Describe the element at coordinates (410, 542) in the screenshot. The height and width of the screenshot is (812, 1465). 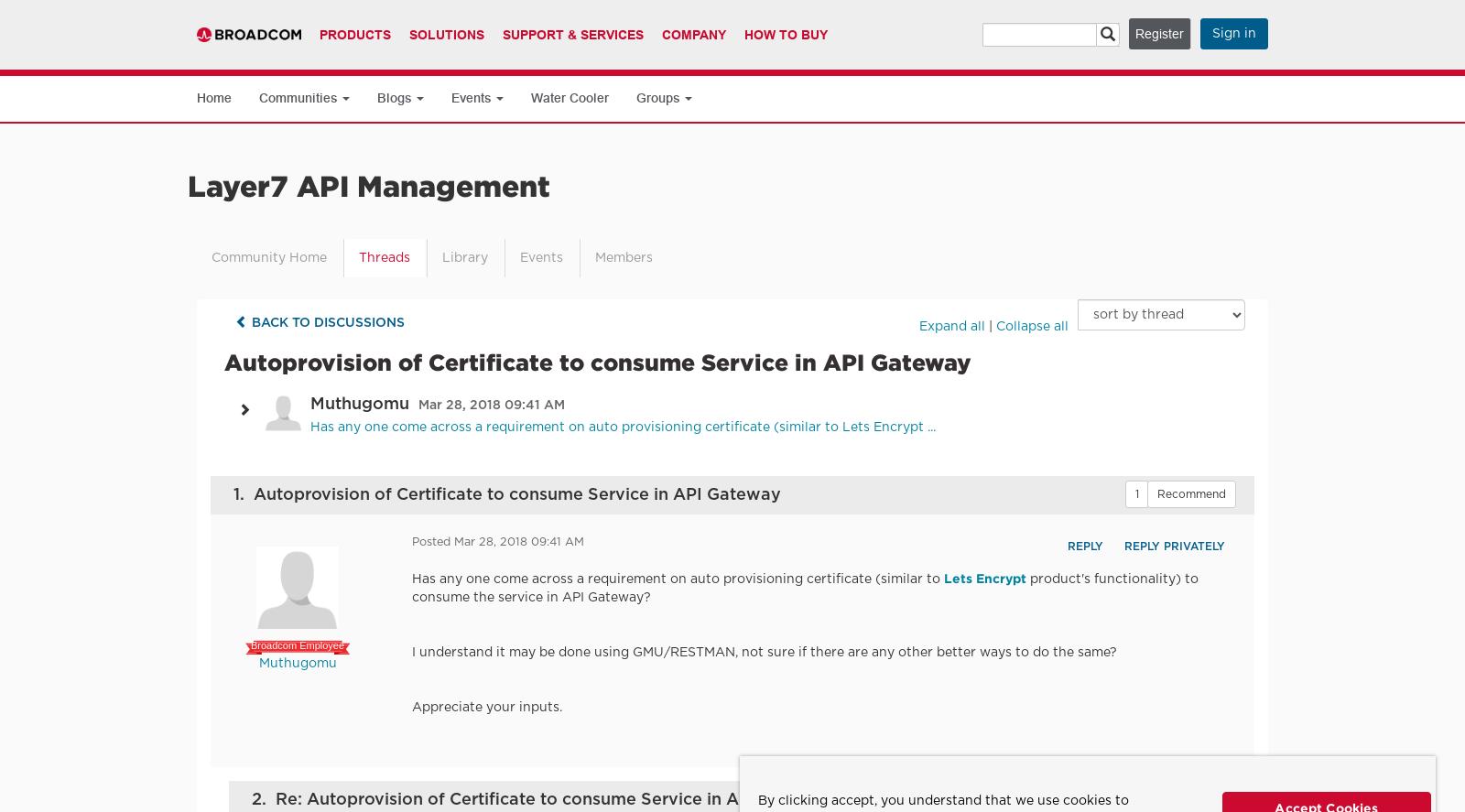
I see `'Posted Mar 28, 2018 09:41 AM'` at that location.